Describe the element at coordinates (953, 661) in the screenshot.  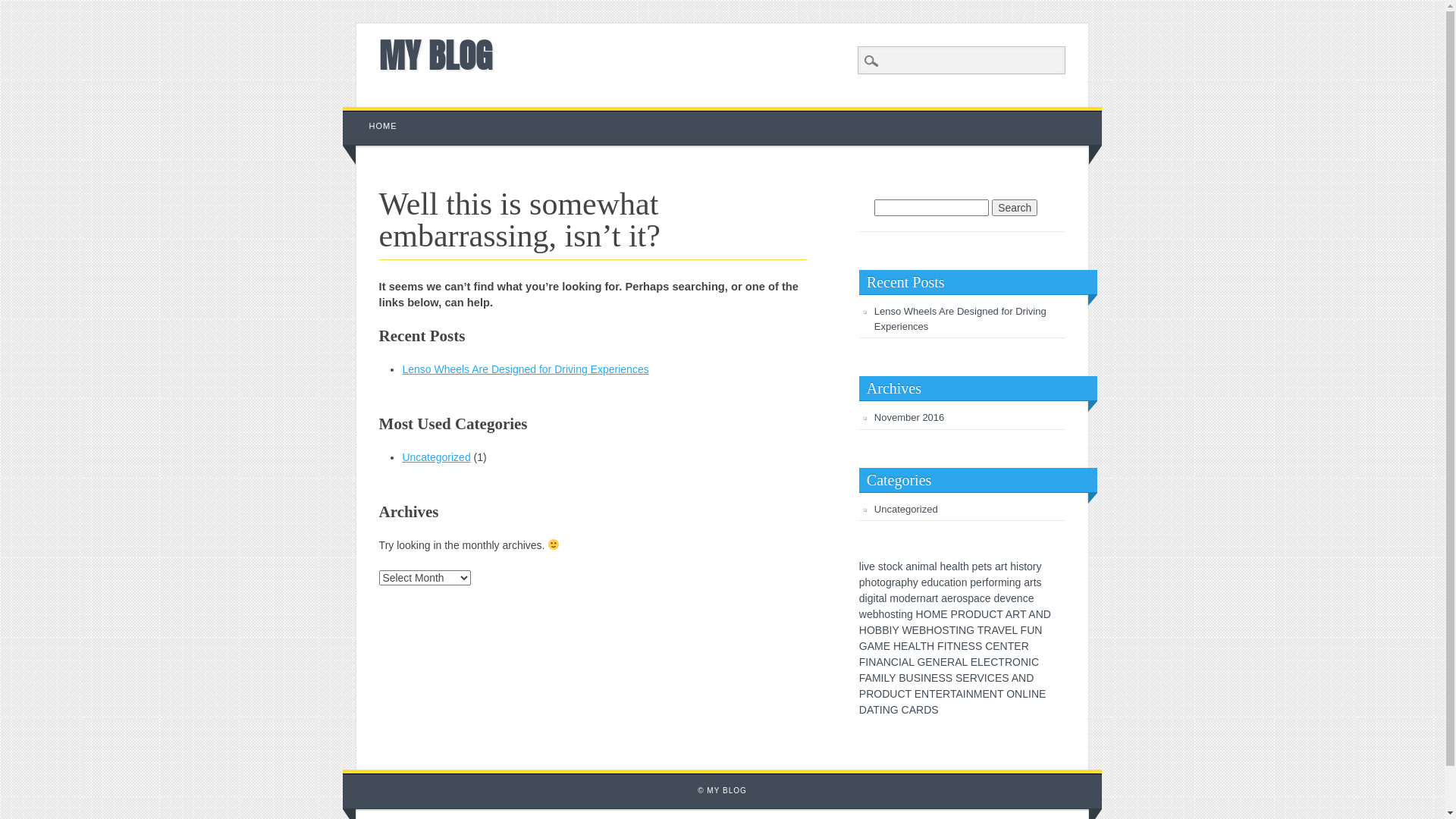
I see `'A'` at that location.